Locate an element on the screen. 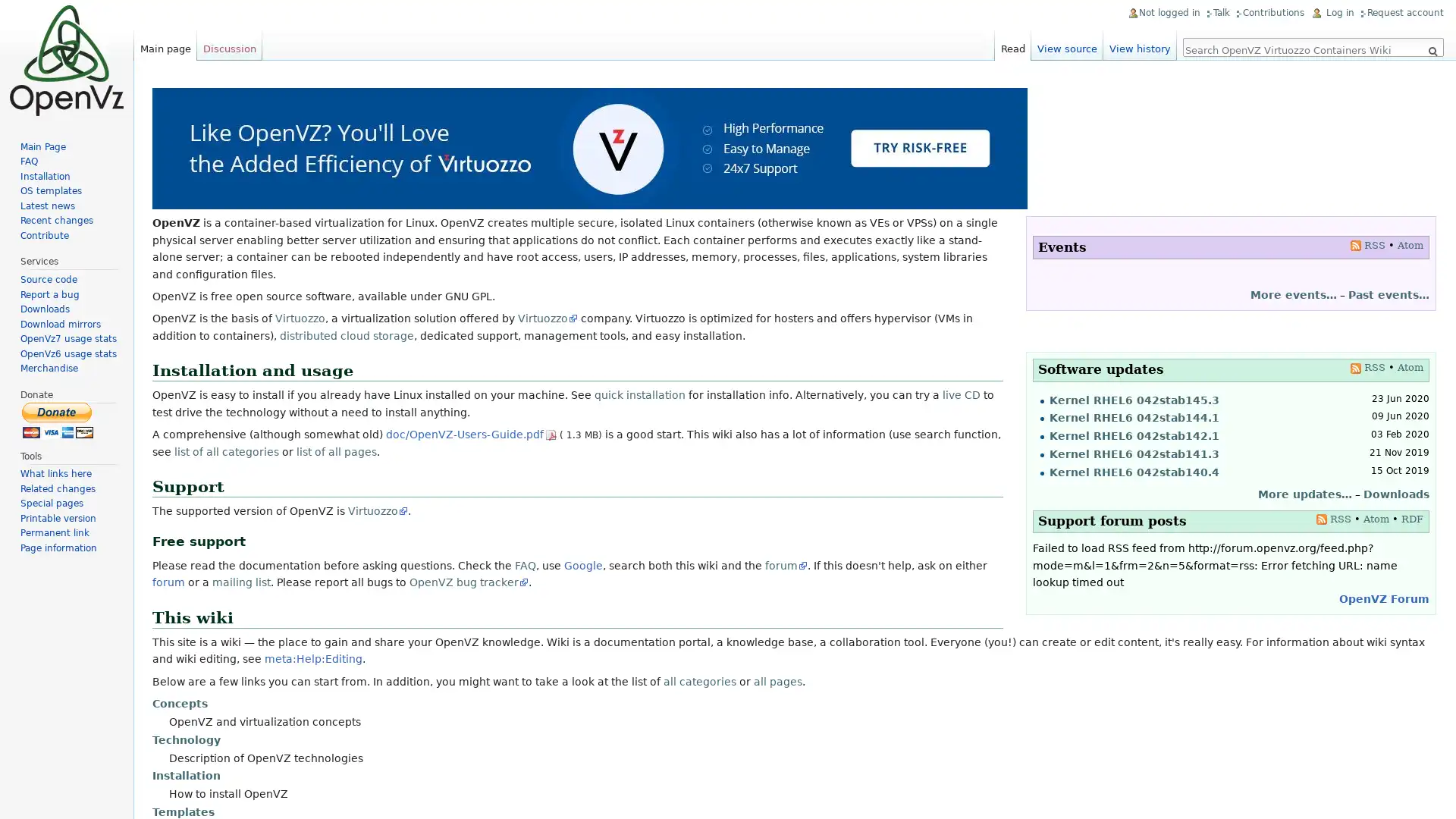 Image resolution: width=1456 pixels, height=819 pixels. Go is located at coordinates (1432, 51).